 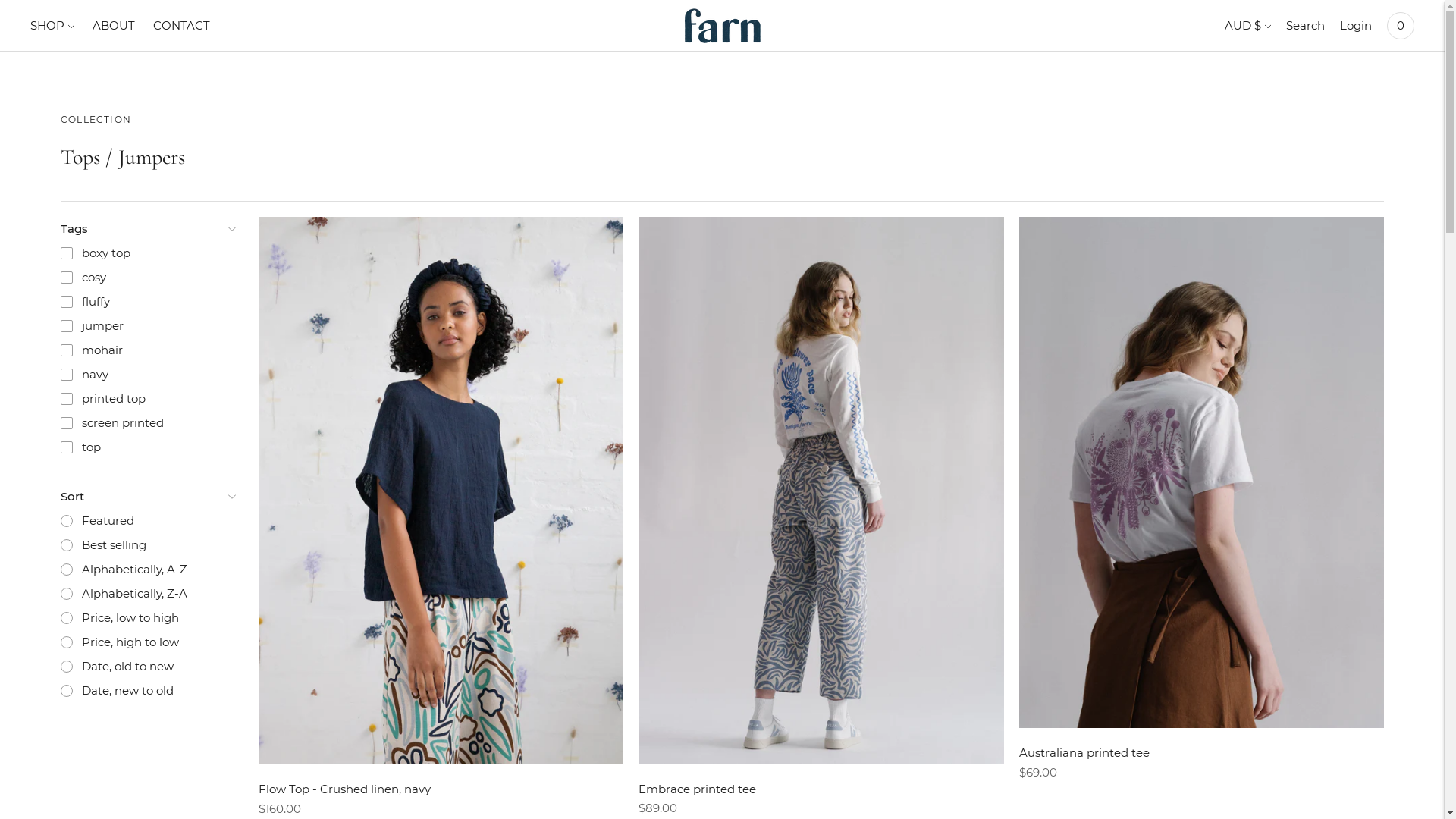 What do you see at coordinates (1339, 26) in the screenshot?
I see `'Login'` at bounding box center [1339, 26].